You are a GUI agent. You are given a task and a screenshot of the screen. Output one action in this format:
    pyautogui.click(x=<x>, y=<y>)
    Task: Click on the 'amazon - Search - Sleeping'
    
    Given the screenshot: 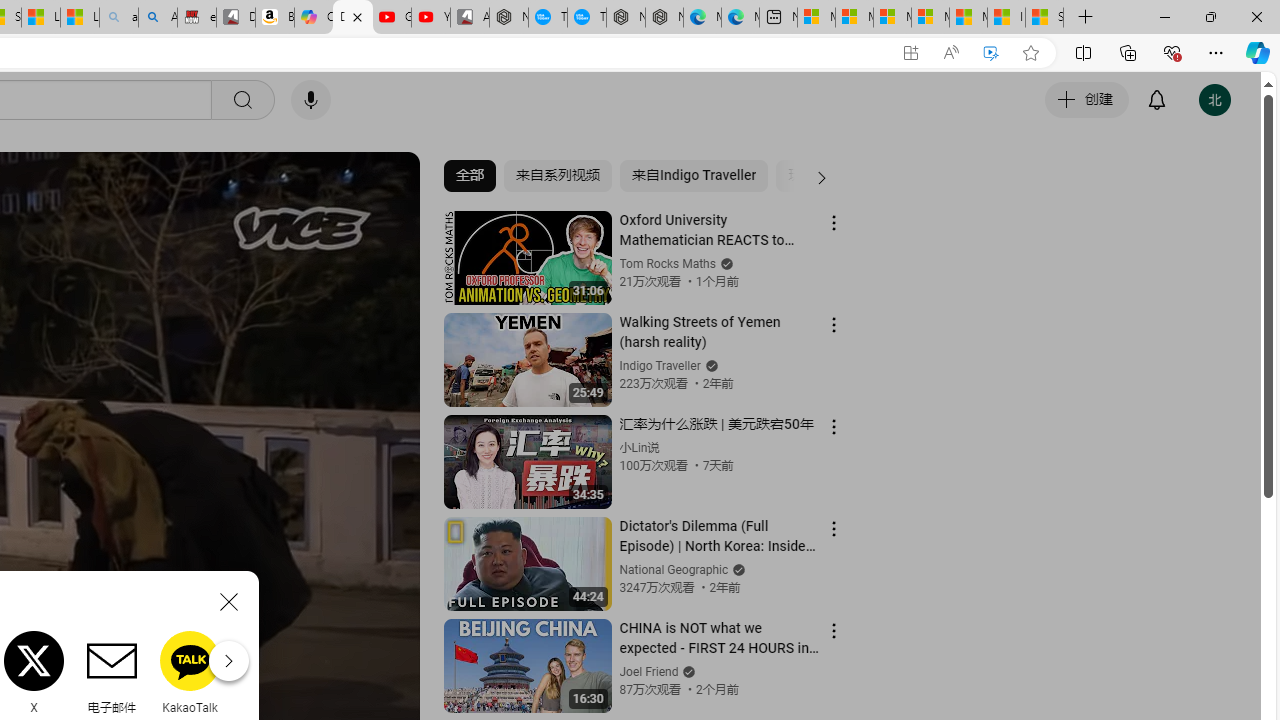 What is the action you would take?
    pyautogui.click(x=118, y=17)
    